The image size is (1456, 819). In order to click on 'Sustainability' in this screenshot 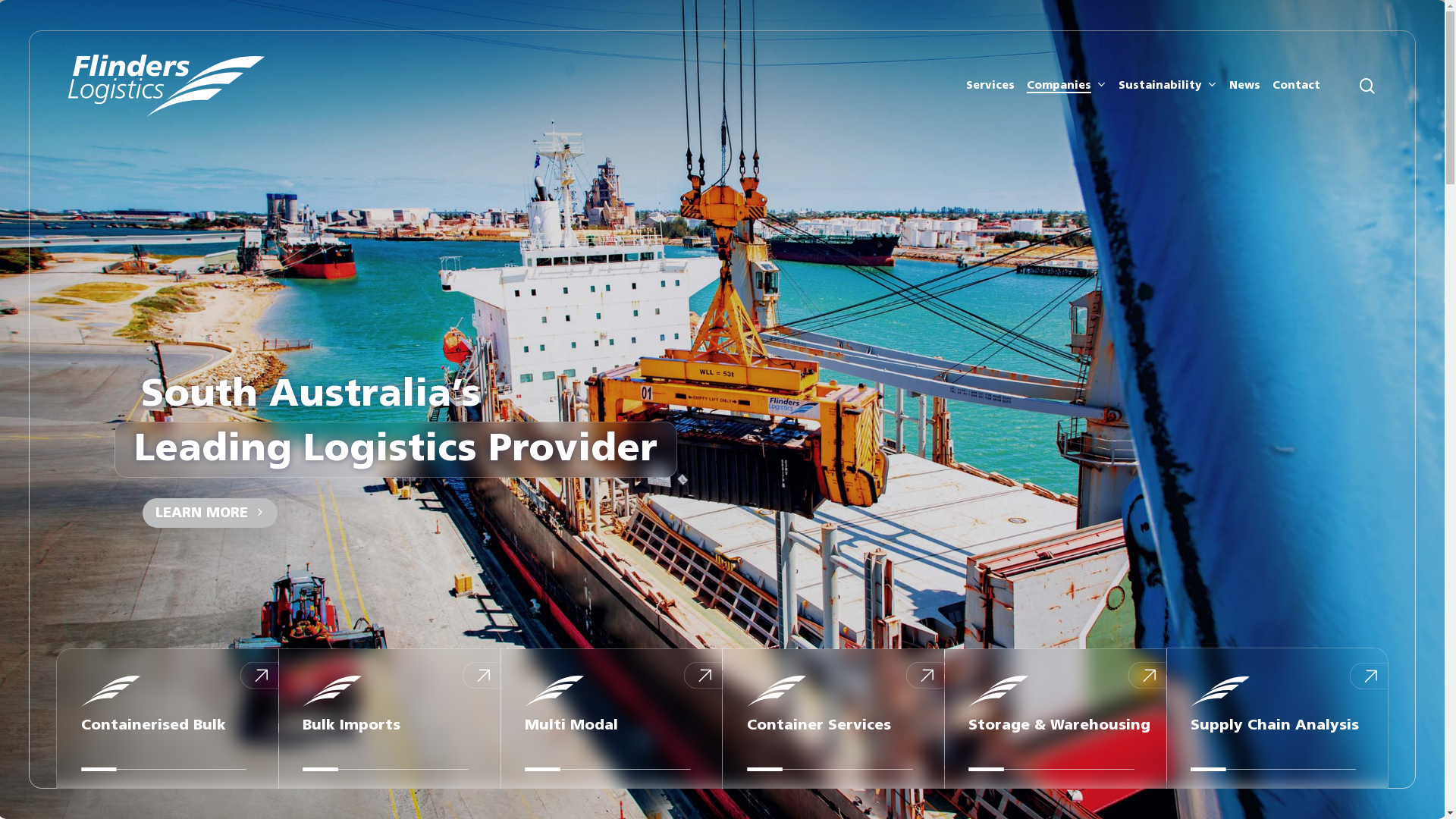, I will do `click(1118, 85)`.